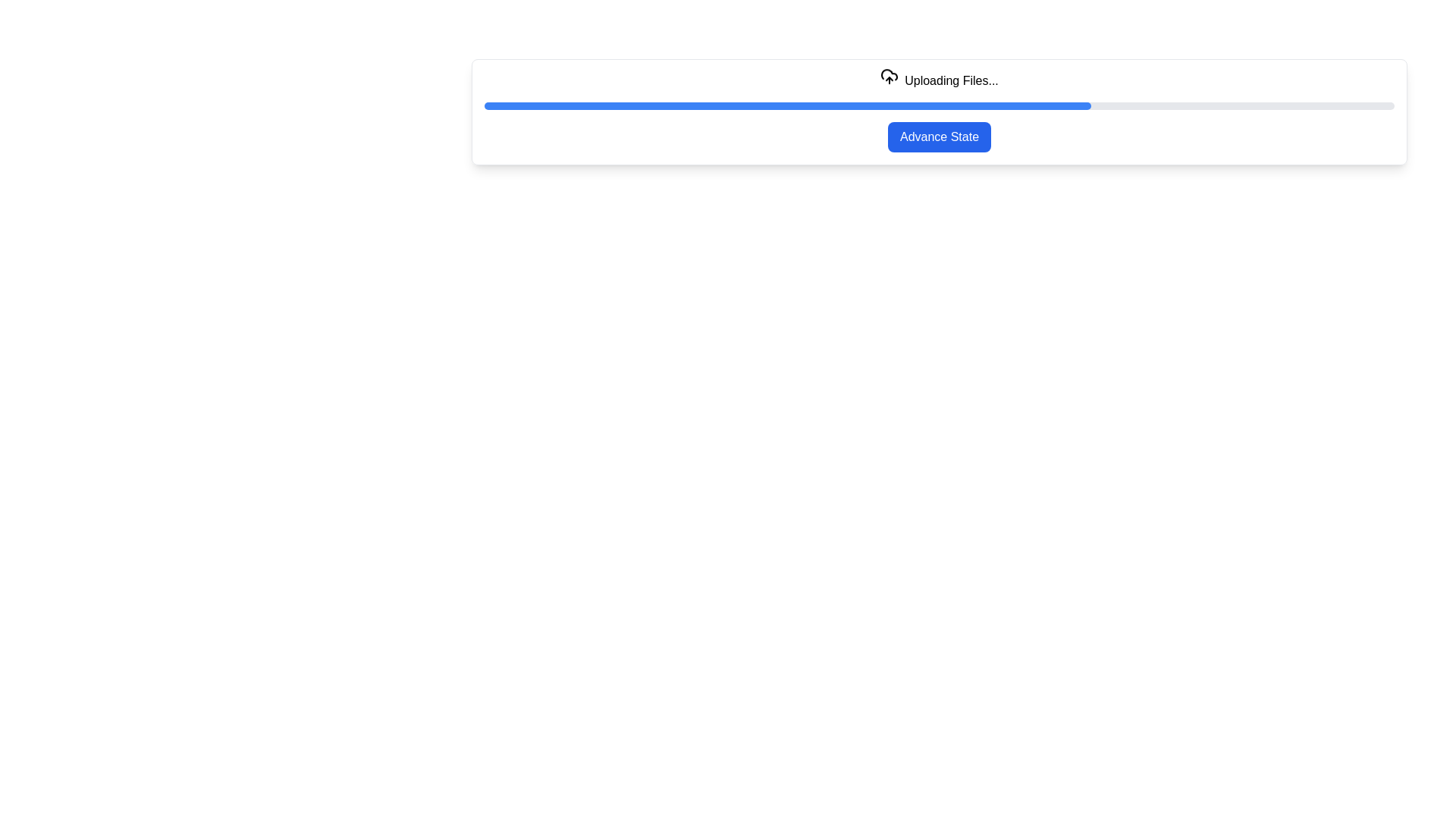 The height and width of the screenshot is (819, 1456). Describe the element at coordinates (890, 79) in the screenshot. I see `the cloud upload icon, which is a minimalistic SVG graphic with a bounce animation, located at the top-middle of the interface before the text 'Uploading Files...'` at that location.